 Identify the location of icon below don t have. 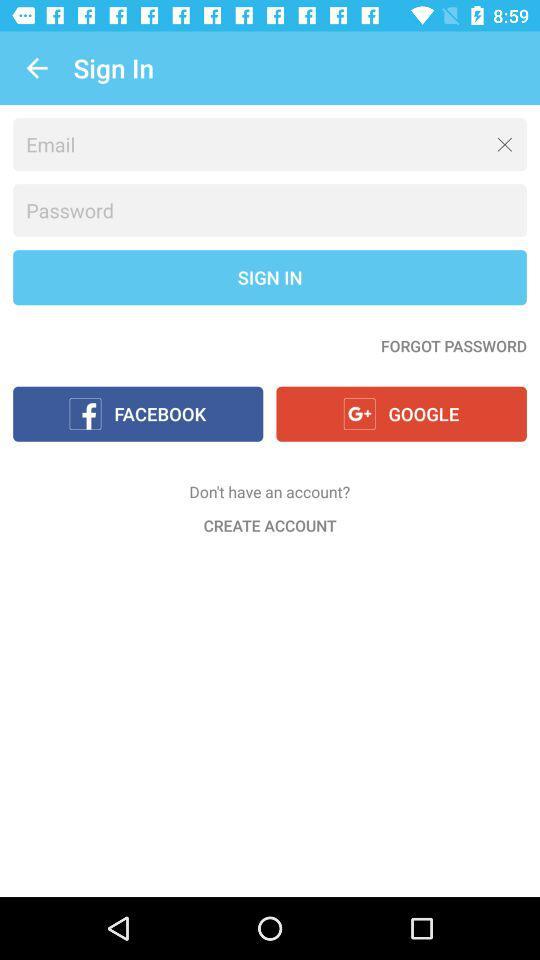
(270, 524).